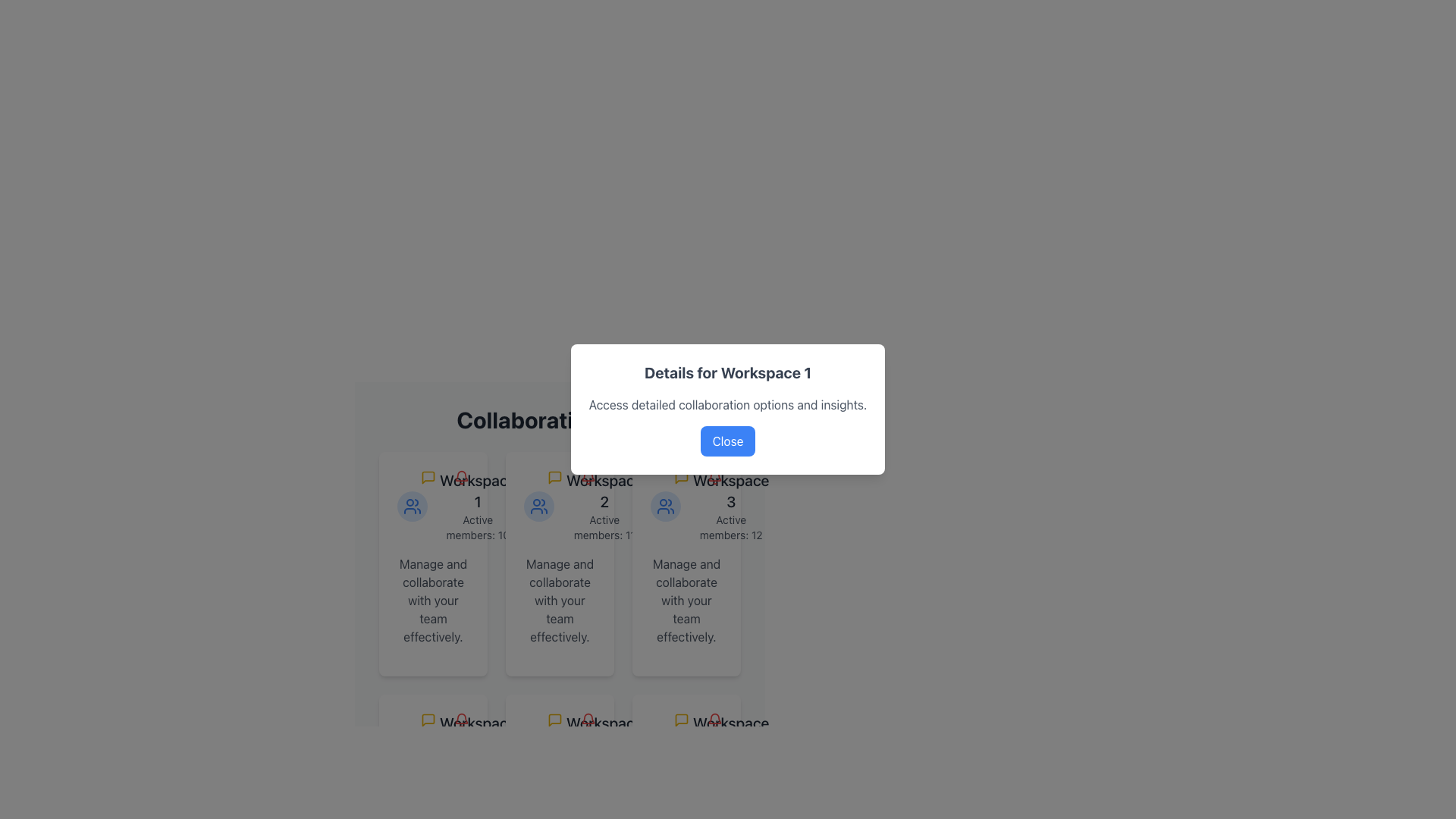 This screenshot has height=819, width=1456. What do you see at coordinates (731, 491) in the screenshot?
I see `on the text label indicating the name or identifier of the respective workspace, located in the bottom row of the grid layout, farthest right among its row siblings` at bounding box center [731, 491].